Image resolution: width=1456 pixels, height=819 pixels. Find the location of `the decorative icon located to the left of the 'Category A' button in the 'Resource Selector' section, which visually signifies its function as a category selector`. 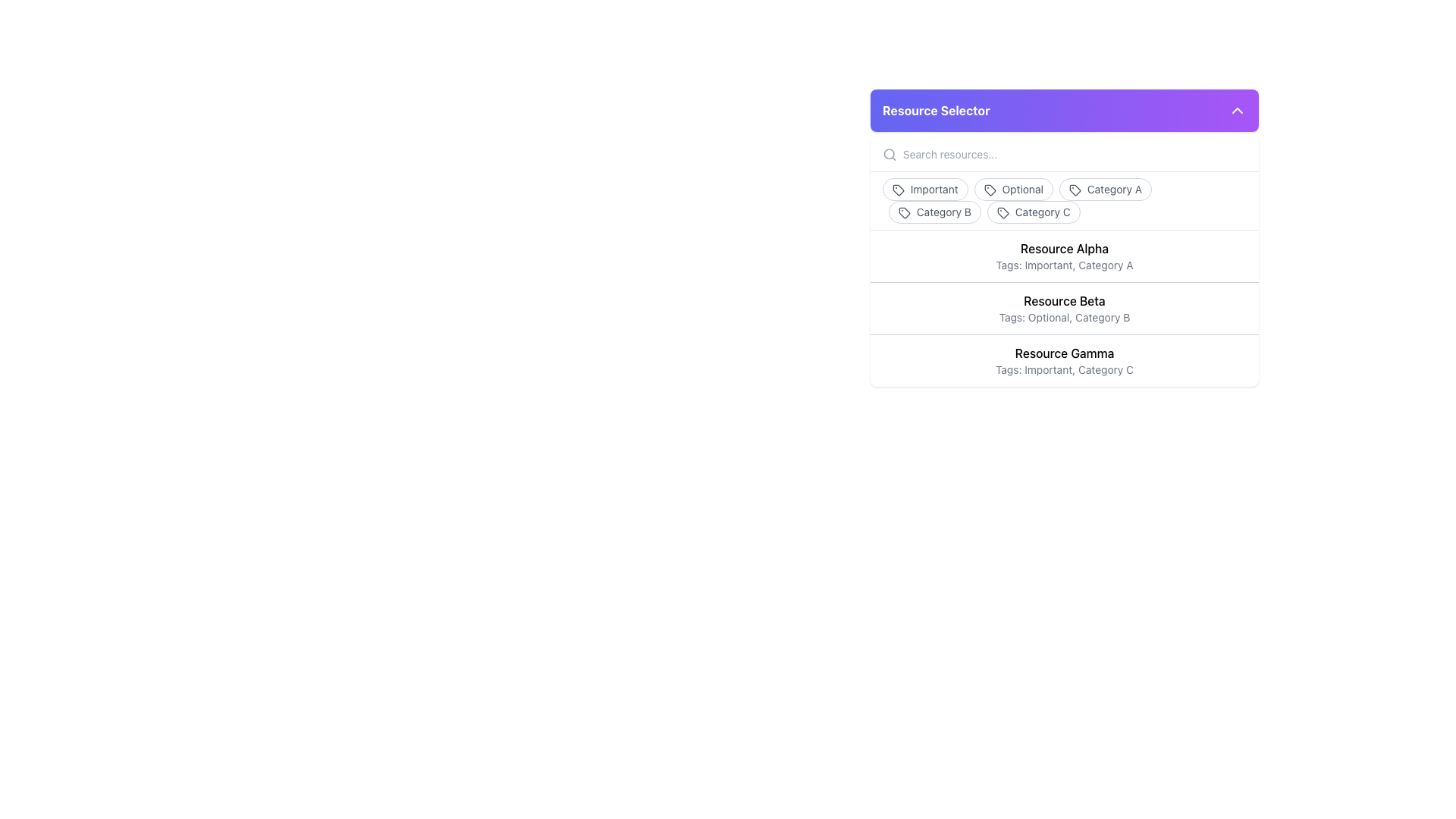

the decorative icon located to the left of the 'Category A' button in the 'Resource Selector' section, which visually signifies its function as a category selector is located at coordinates (1074, 190).